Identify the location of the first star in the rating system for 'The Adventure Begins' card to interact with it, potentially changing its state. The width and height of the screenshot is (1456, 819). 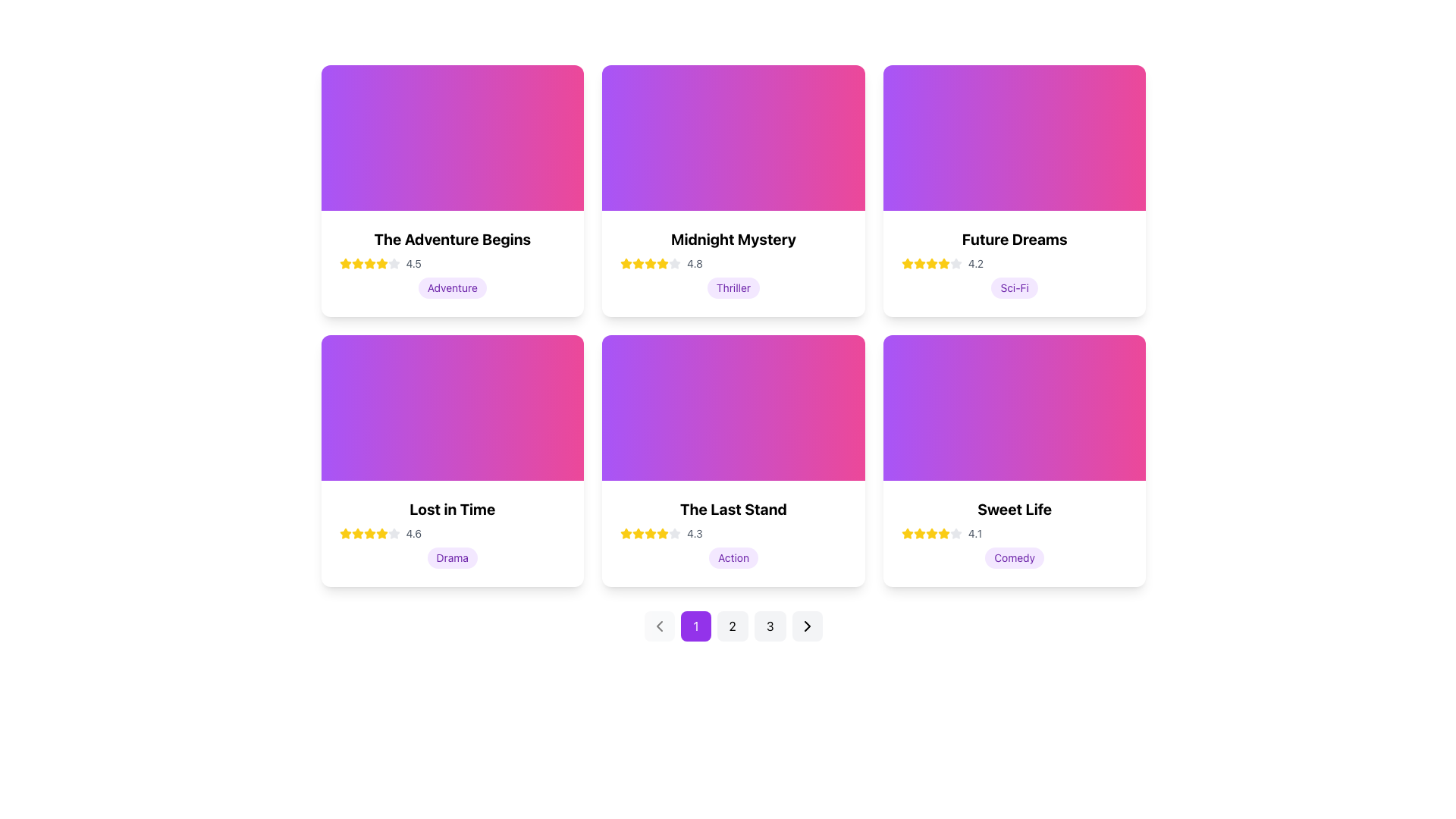
(356, 262).